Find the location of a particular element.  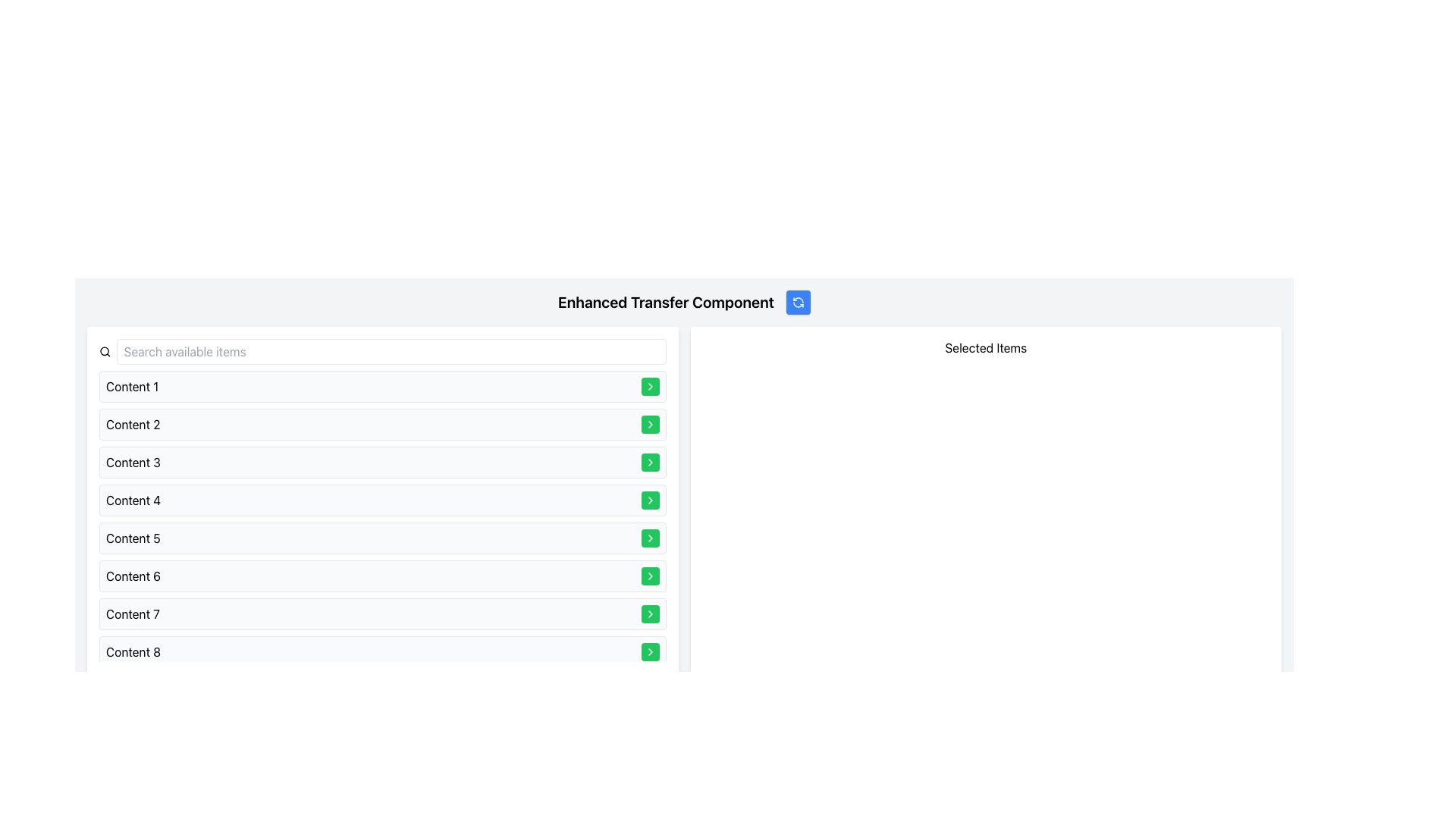

the green button with a white right-pointing chevron icon located within the list item labeled 'Content 5' on the left panel is located at coordinates (650, 537).